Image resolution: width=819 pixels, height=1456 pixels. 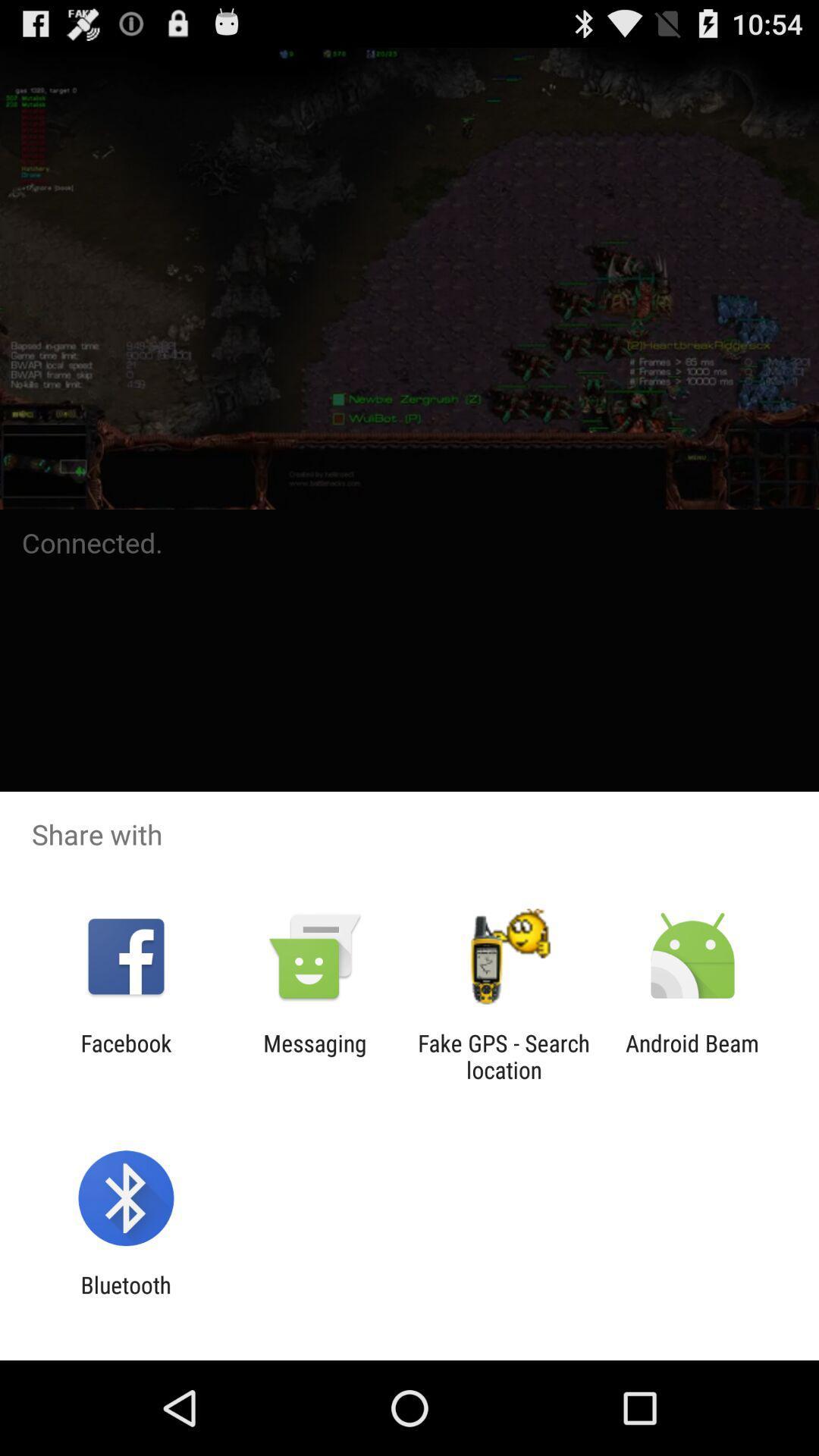 I want to click on the messaging item, so click(x=314, y=1056).